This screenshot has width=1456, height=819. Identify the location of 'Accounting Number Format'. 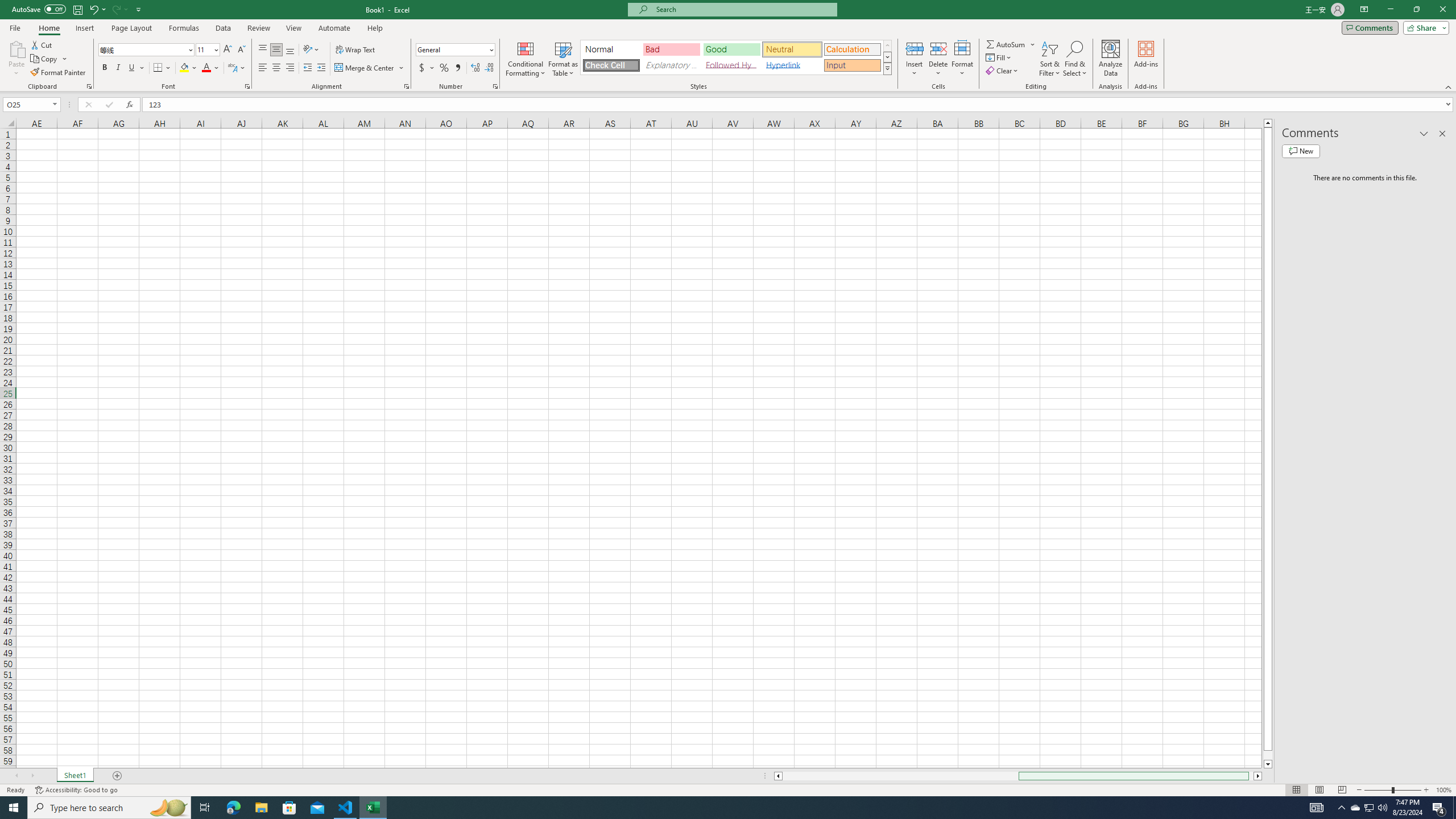
(427, 67).